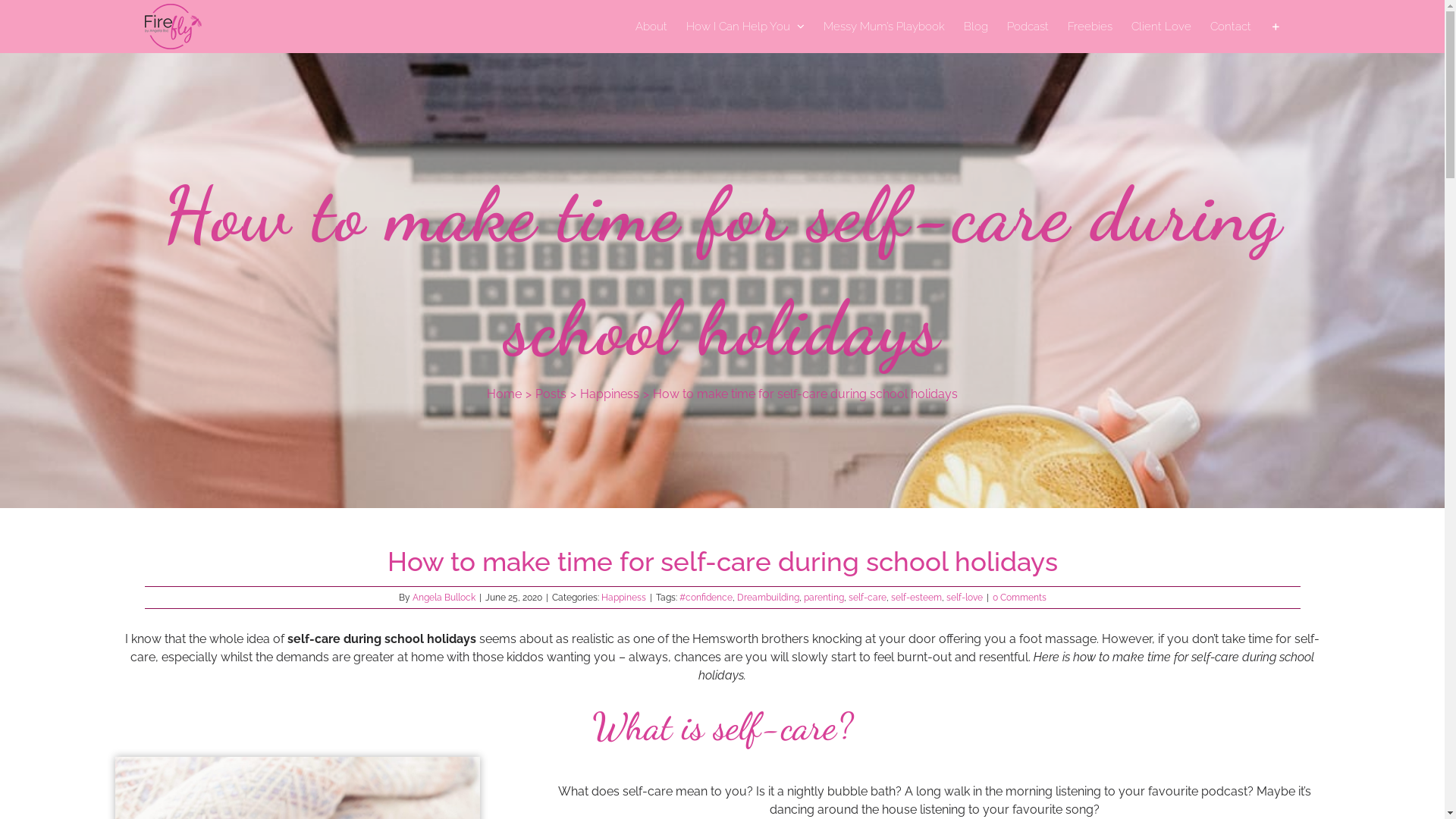 This screenshot has height=819, width=1456. I want to click on 'How I Can Help You', so click(684, 26).